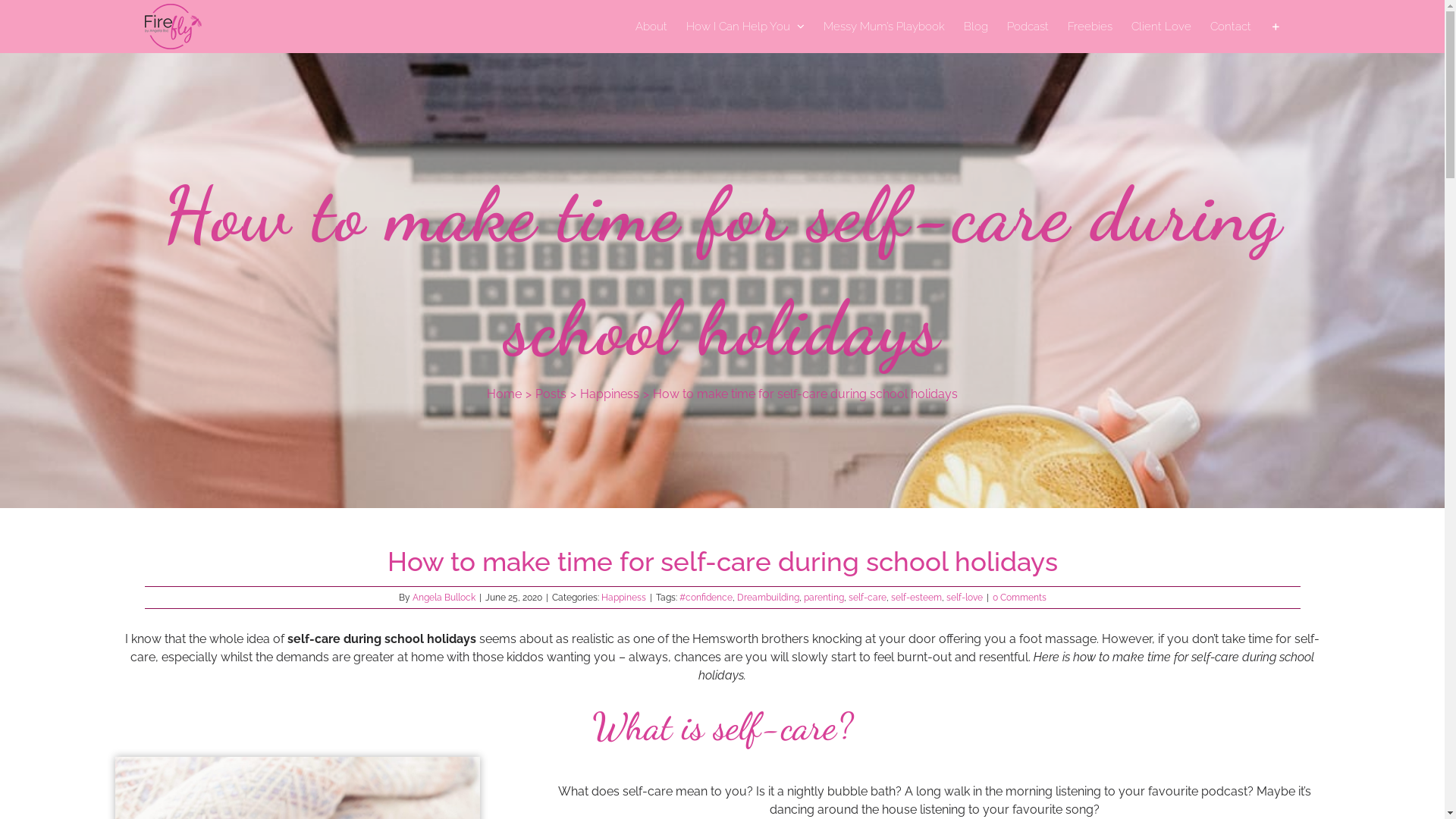 This screenshot has height=819, width=1456. I want to click on 'How I Can Help You', so click(684, 26).